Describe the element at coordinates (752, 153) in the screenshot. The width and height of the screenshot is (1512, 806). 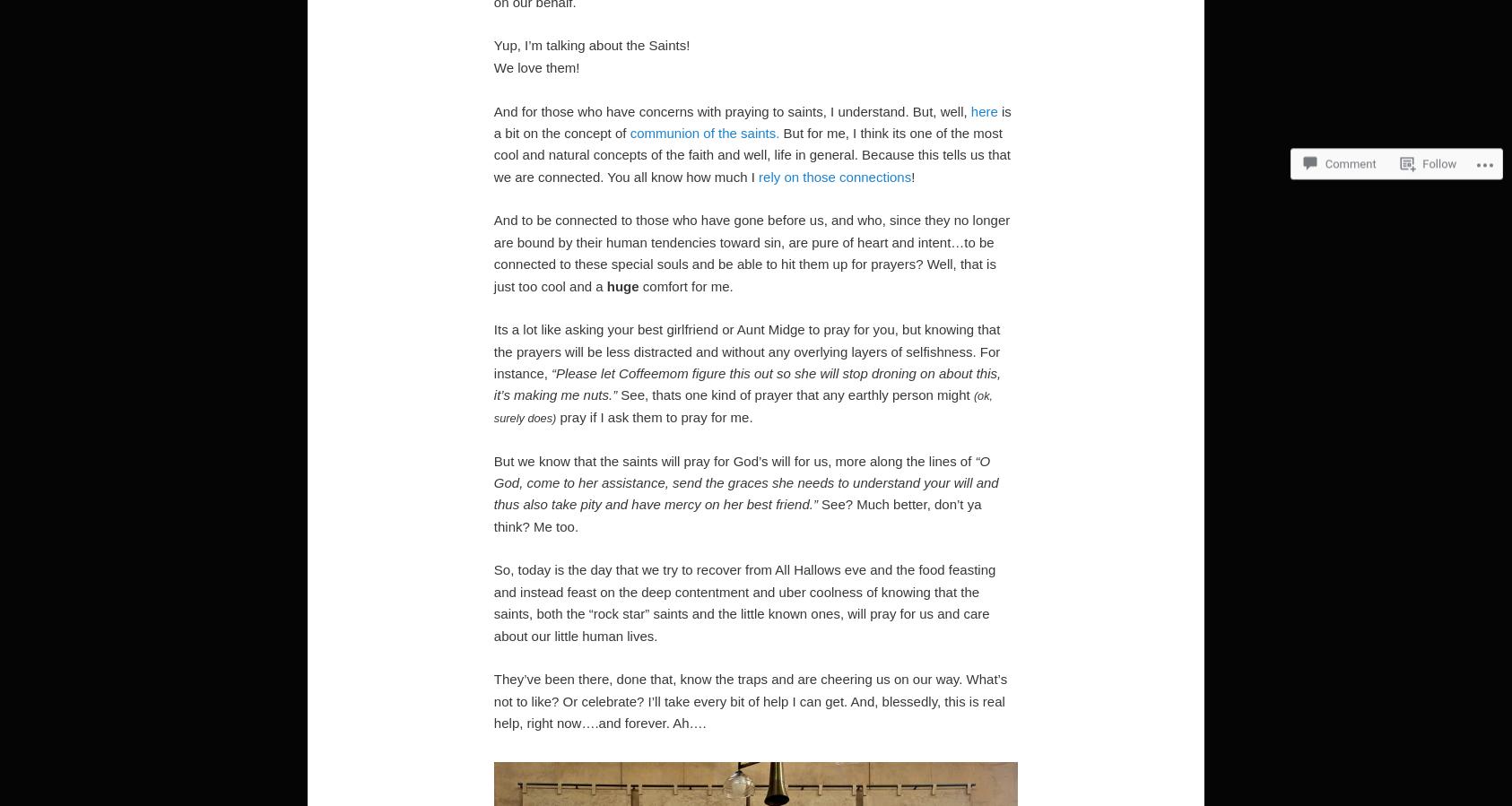
I see `'But for me, I think its one of the most  cool and natural concepts of the faith and well, life in general.  Because this tells us that we are connected.  You all know how much I'` at that location.